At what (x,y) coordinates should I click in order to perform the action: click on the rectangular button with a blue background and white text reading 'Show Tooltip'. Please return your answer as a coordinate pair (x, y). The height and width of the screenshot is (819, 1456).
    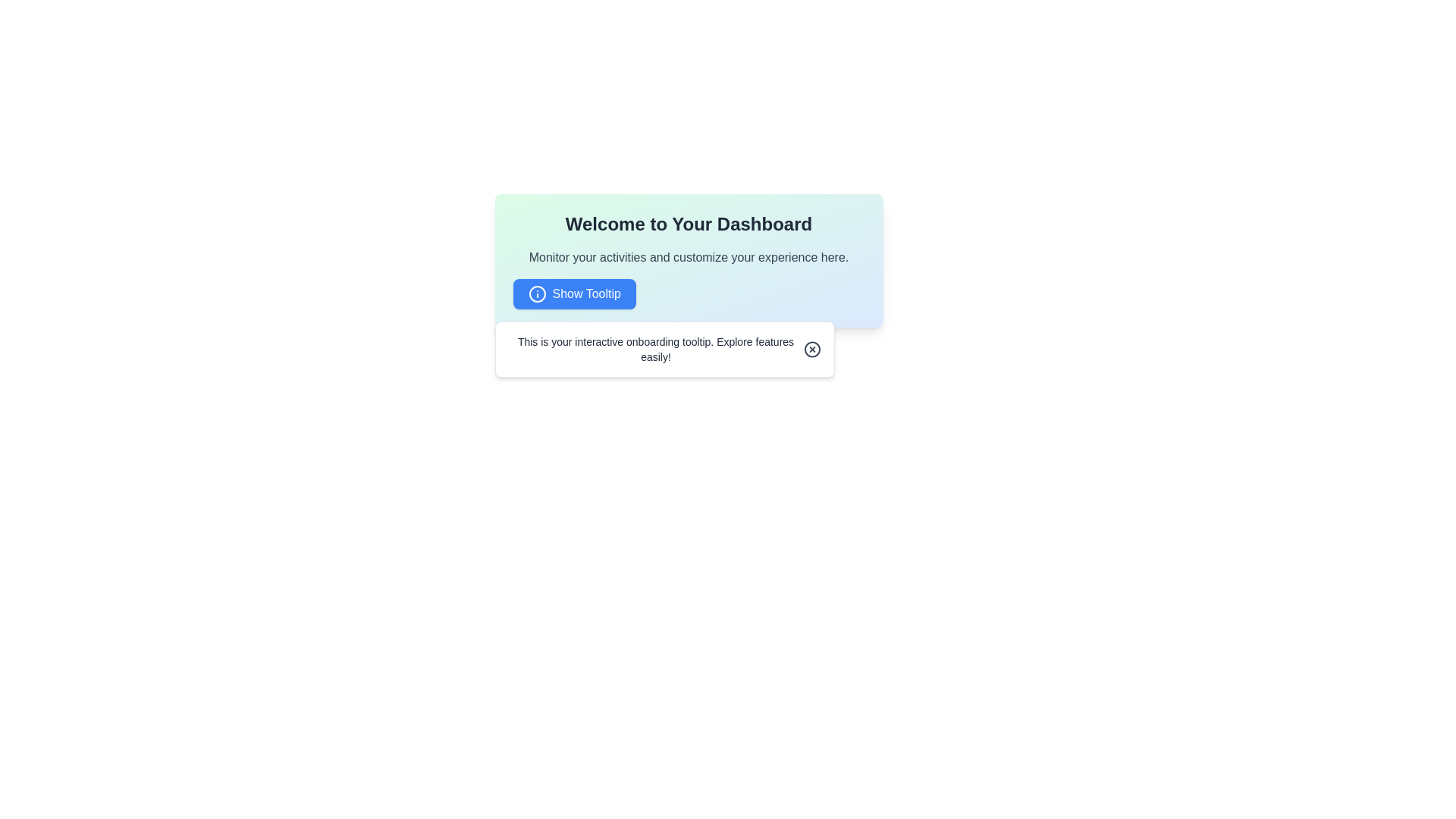
    Looking at the image, I should click on (573, 294).